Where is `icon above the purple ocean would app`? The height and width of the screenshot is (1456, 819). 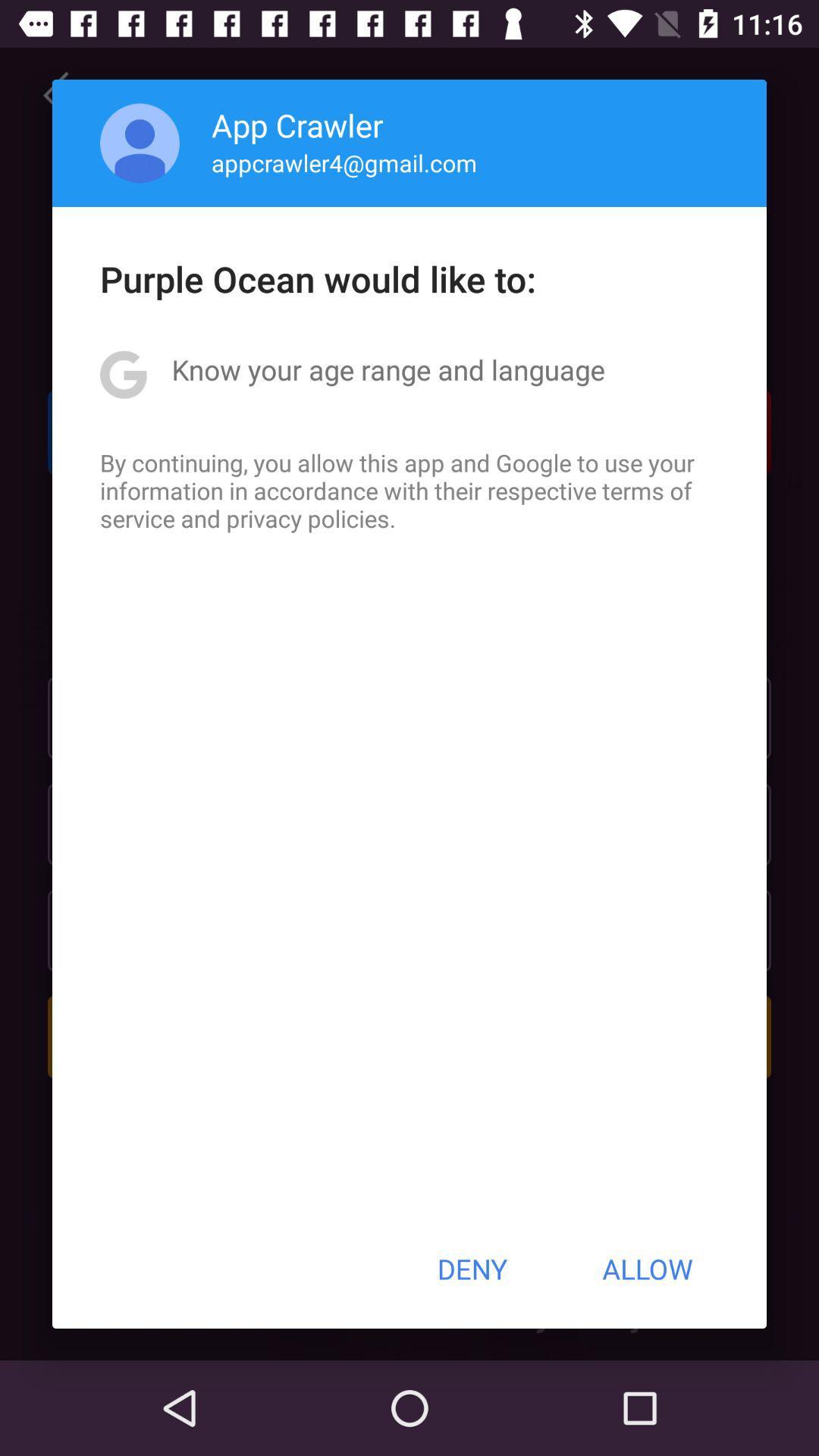 icon above the purple ocean would app is located at coordinates (140, 143).